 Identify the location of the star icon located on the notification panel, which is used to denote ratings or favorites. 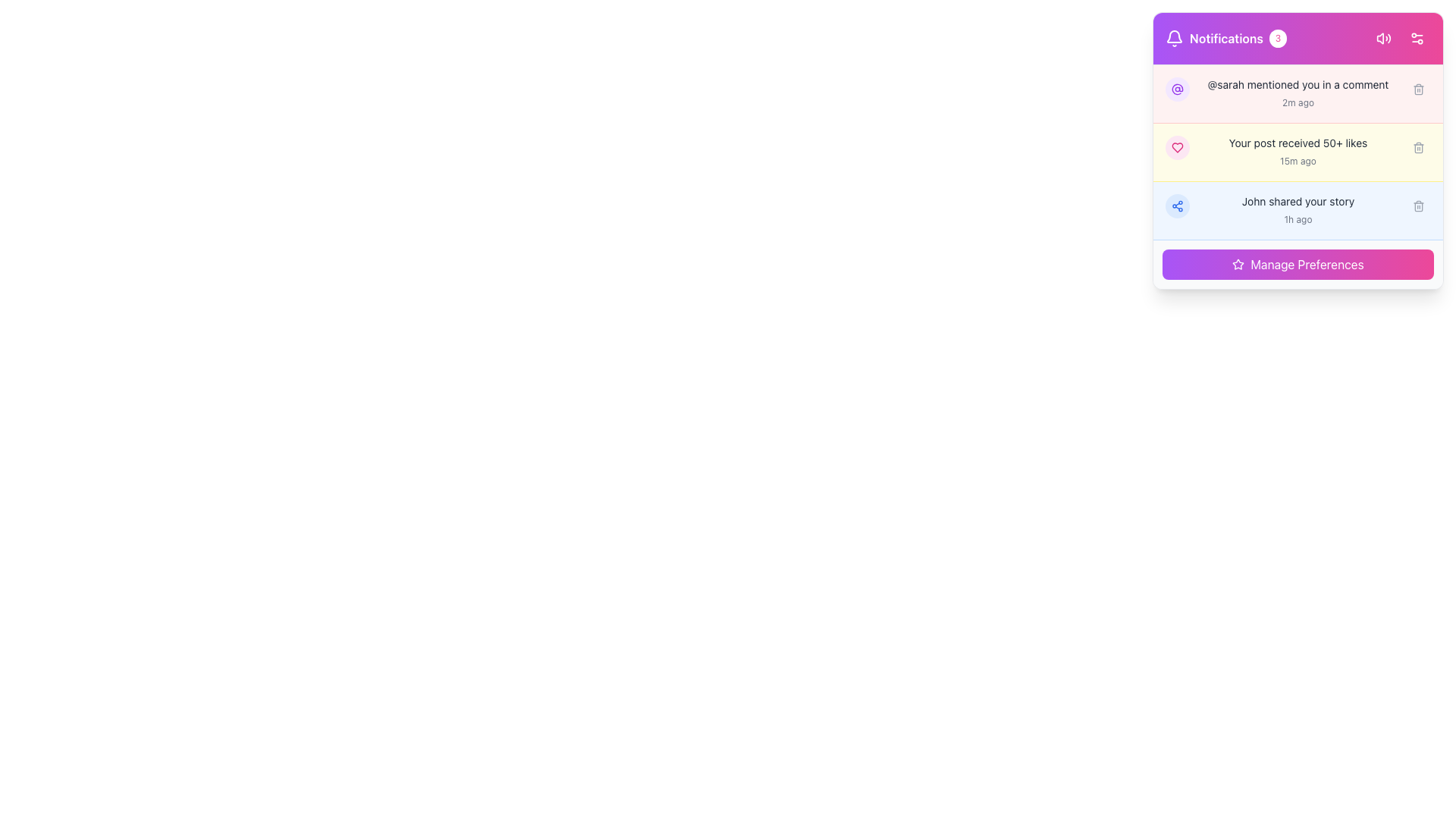
(1238, 263).